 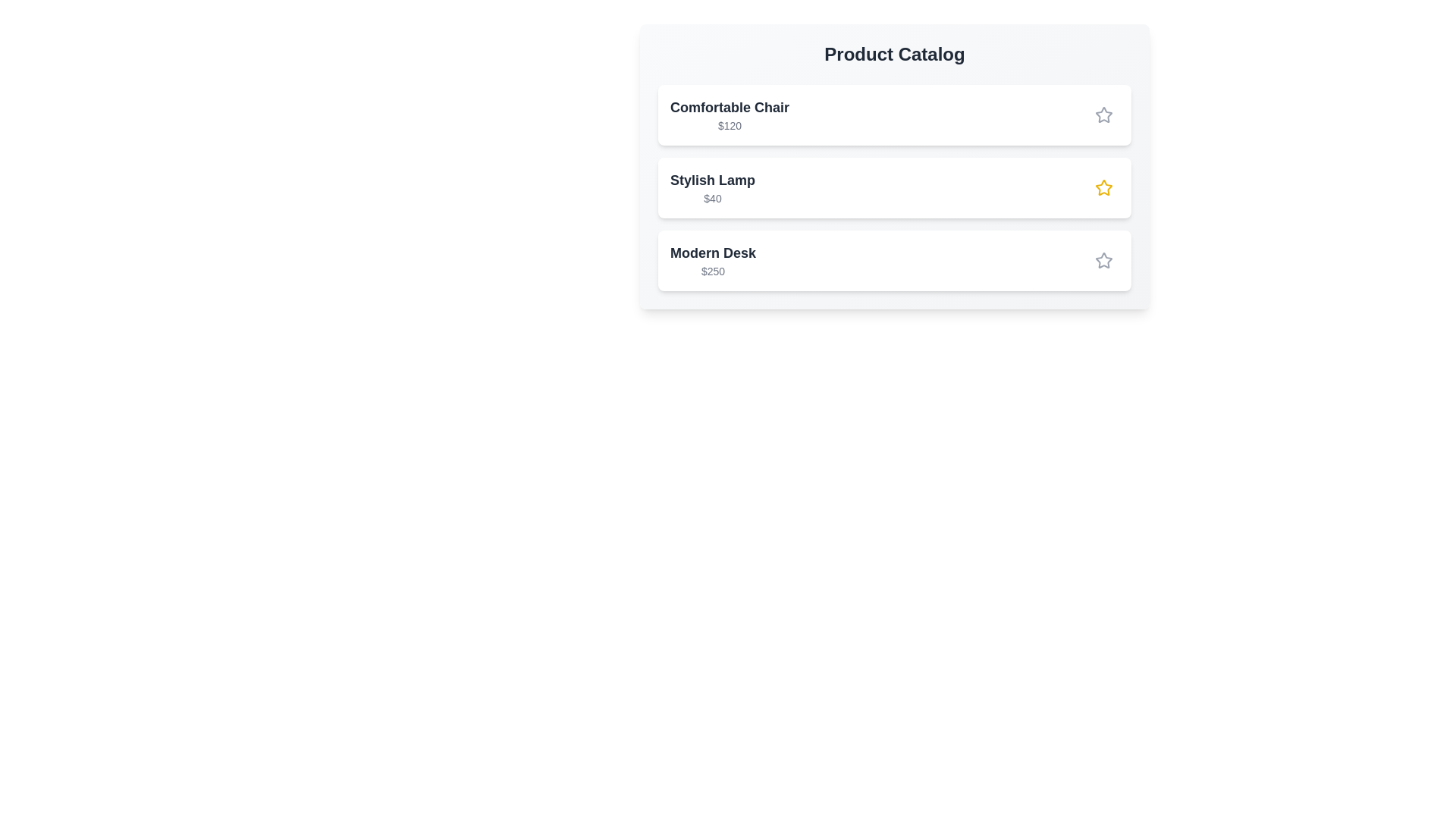 What do you see at coordinates (895, 259) in the screenshot?
I see `the product Modern Desk in the catalog for inspection` at bounding box center [895, 259].